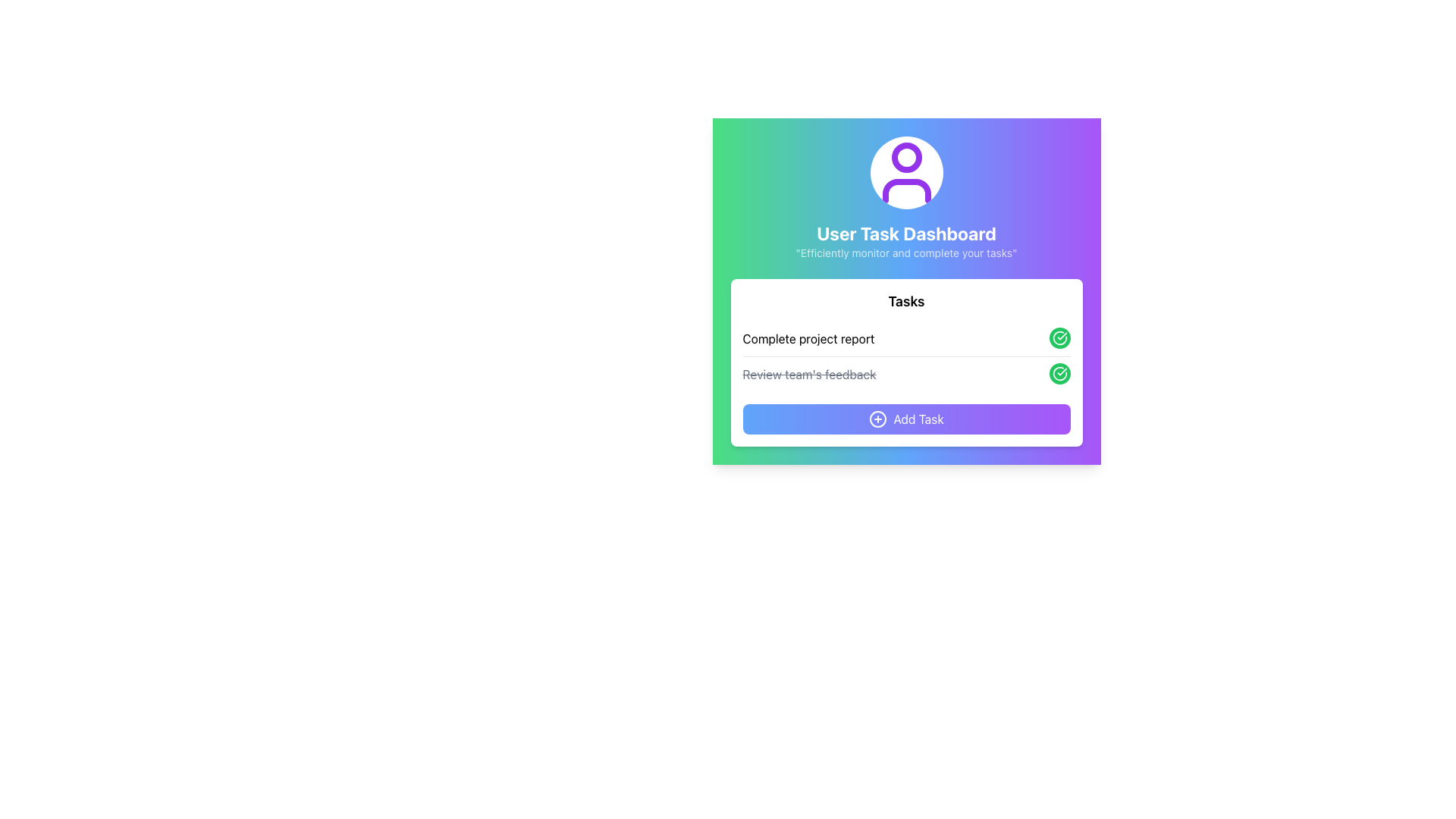 The width and height of the screenshot is (1456, 819). Describe the element at coordinates (906, 301) in the screenshot. I see `the 'Tasks' text label, which is a bold header at the top of a white rectangular card containing task-related items` at that location.